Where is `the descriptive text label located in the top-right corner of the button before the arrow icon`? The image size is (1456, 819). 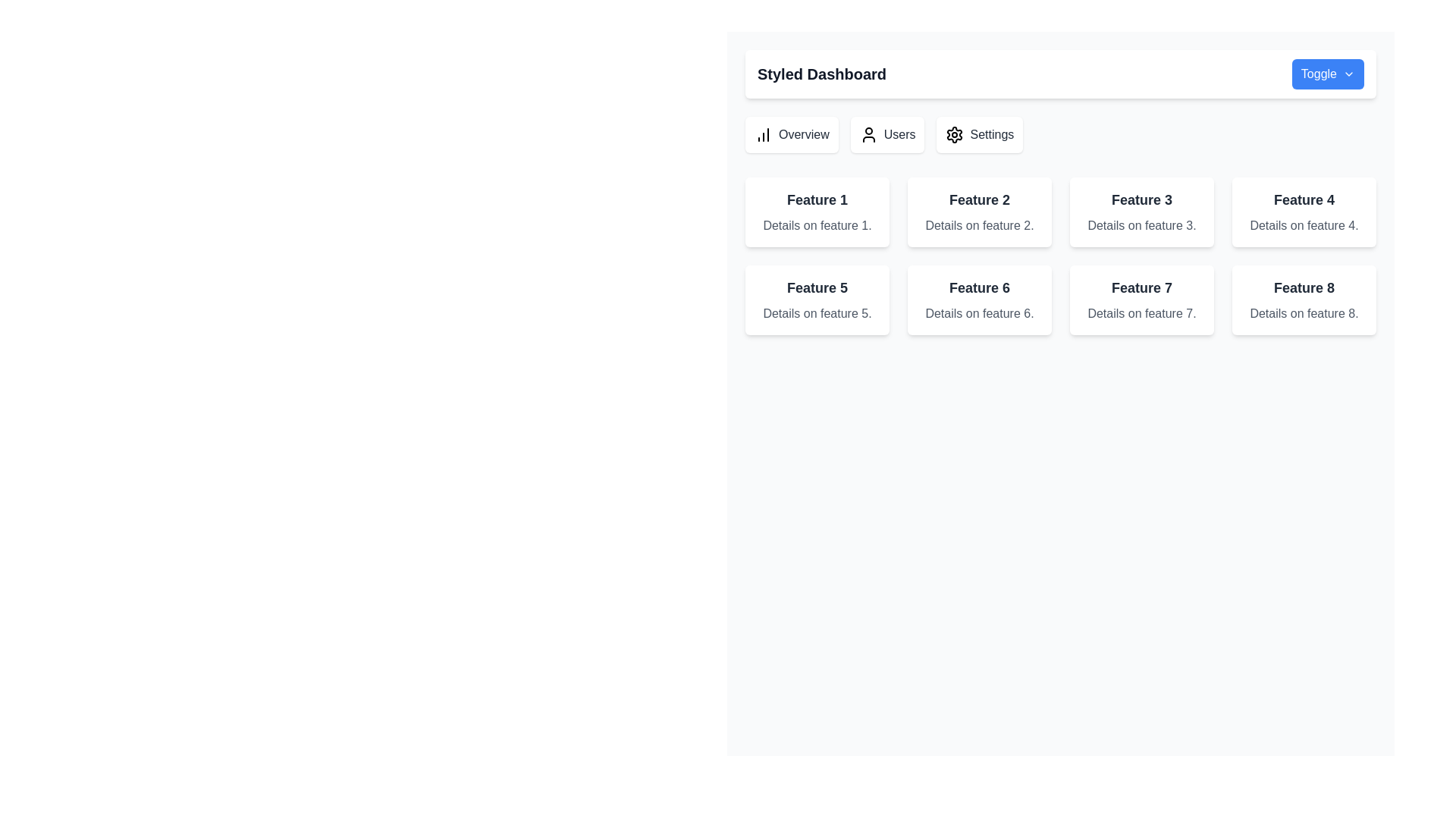
the descriptive text label located in the top-right corner of the button before the arrow icon is located at coordinates (1318, 74).